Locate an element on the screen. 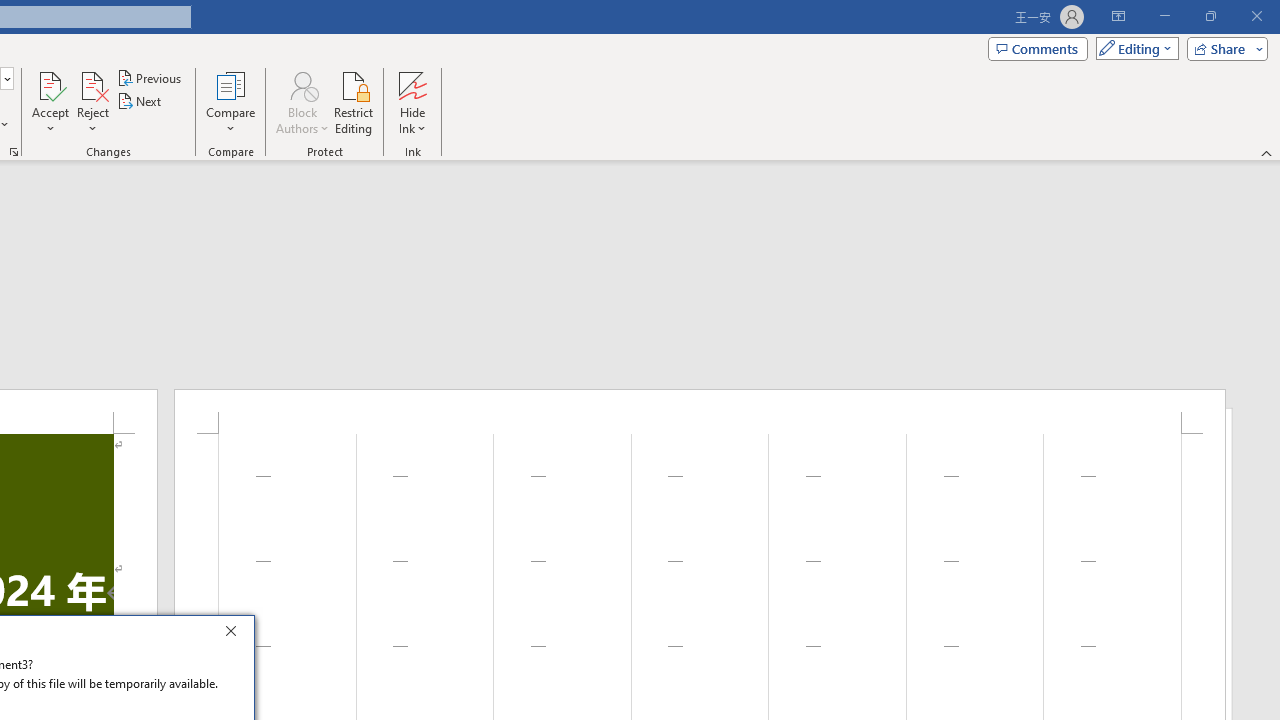  'Block Authors' is located at coordinates (301, 103).